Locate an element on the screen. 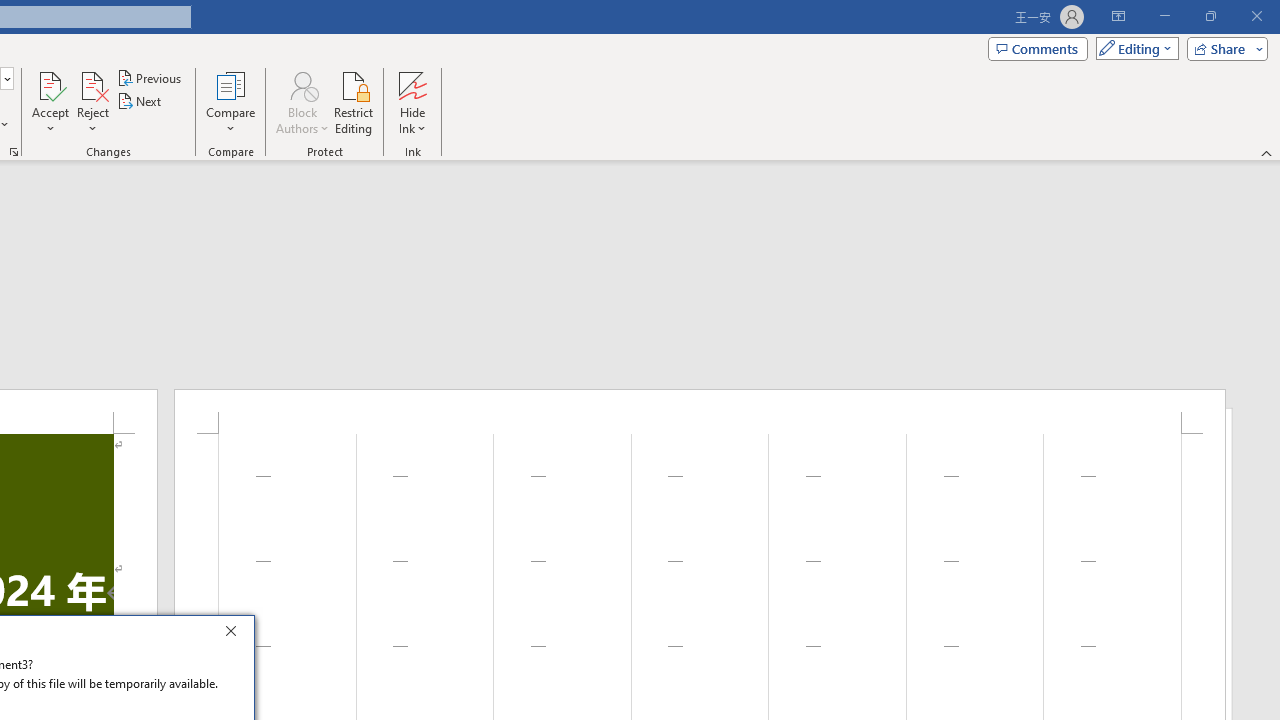  'Block Authors' is located at coordinates (301, 103).